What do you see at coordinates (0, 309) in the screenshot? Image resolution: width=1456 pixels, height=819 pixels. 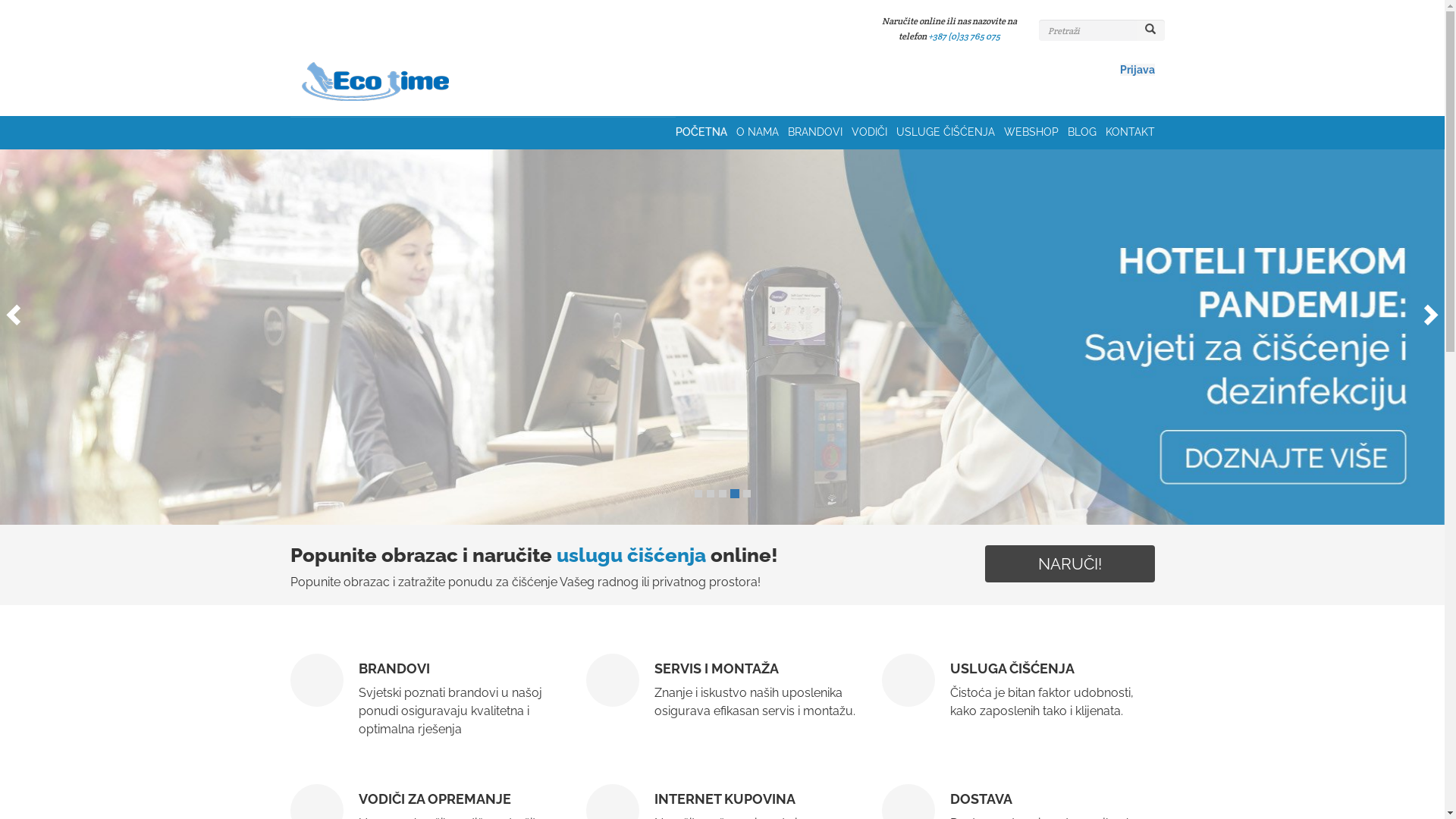 I see `'Previous'` at bounding box center [0, 309].